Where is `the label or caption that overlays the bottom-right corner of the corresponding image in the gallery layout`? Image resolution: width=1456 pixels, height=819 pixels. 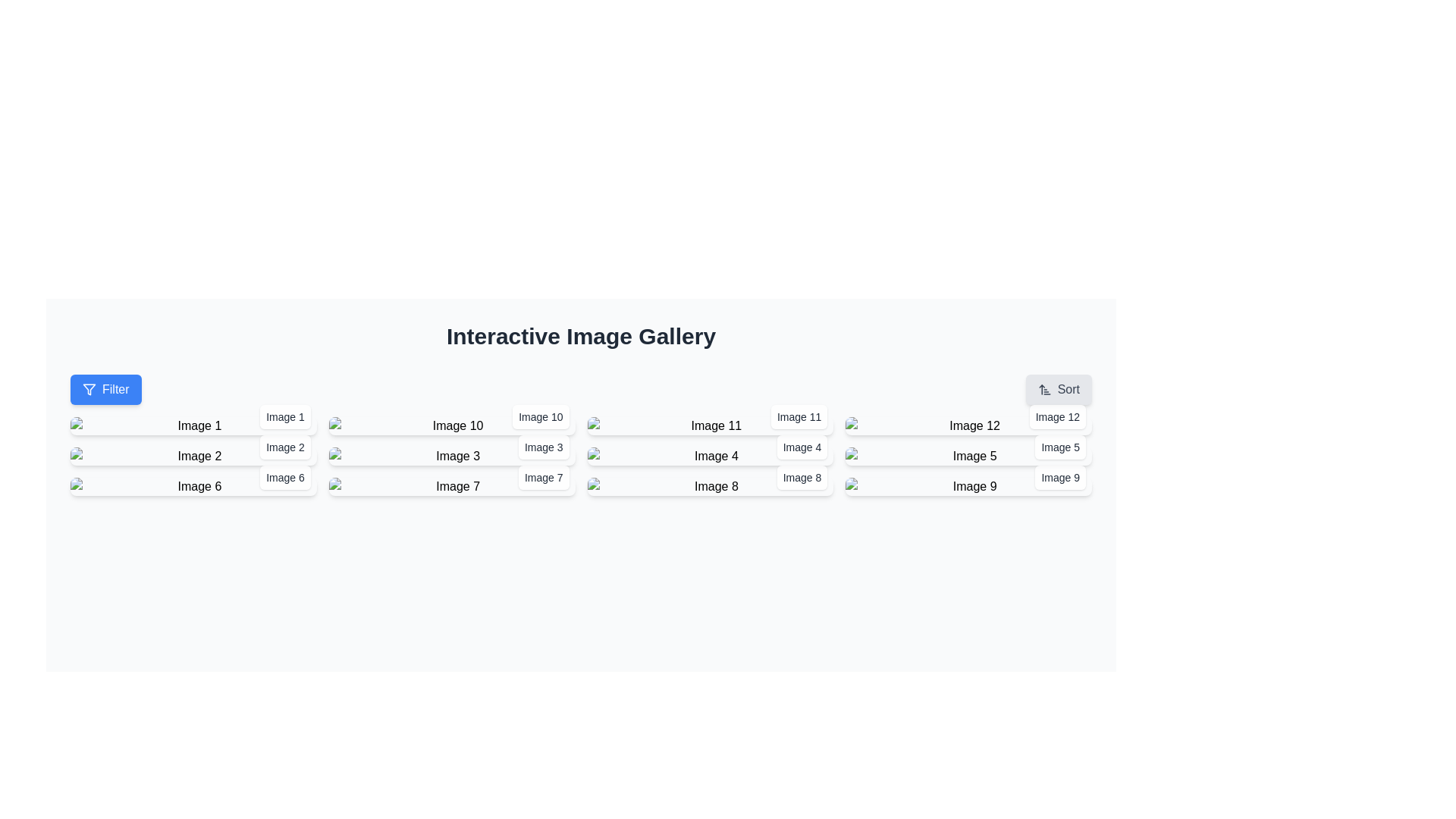
the label or caption that overlays the bottom-right corner of the corresponding image in the gallery layout is located at coordinates (799, 417).